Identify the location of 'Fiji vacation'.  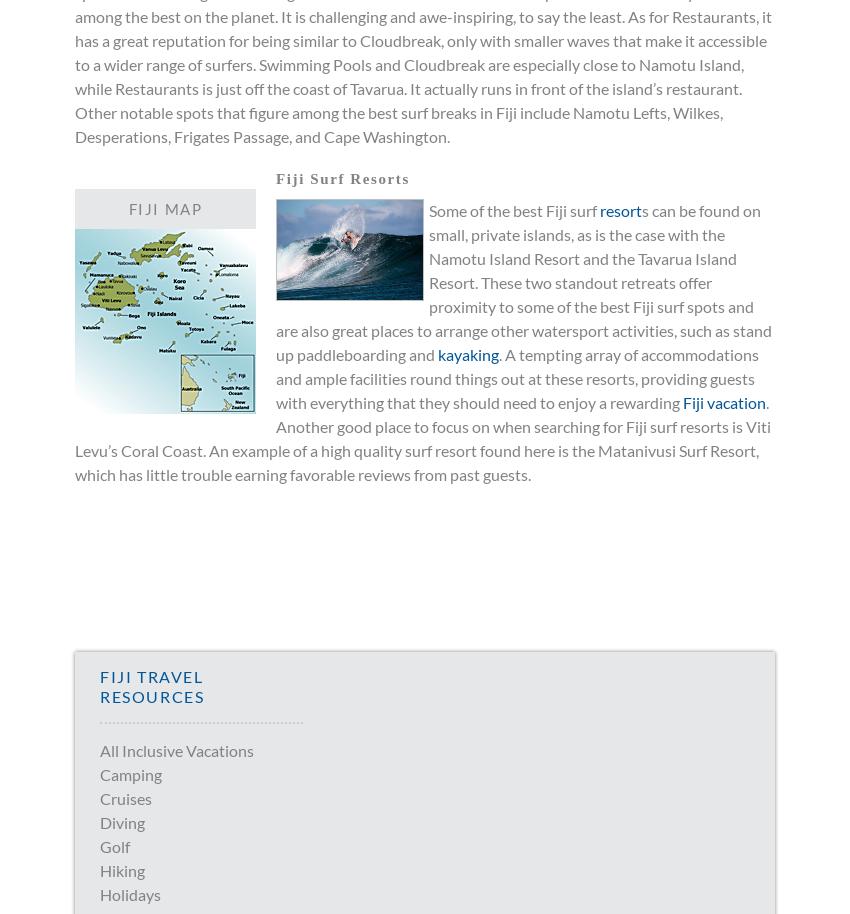
(681, 402).